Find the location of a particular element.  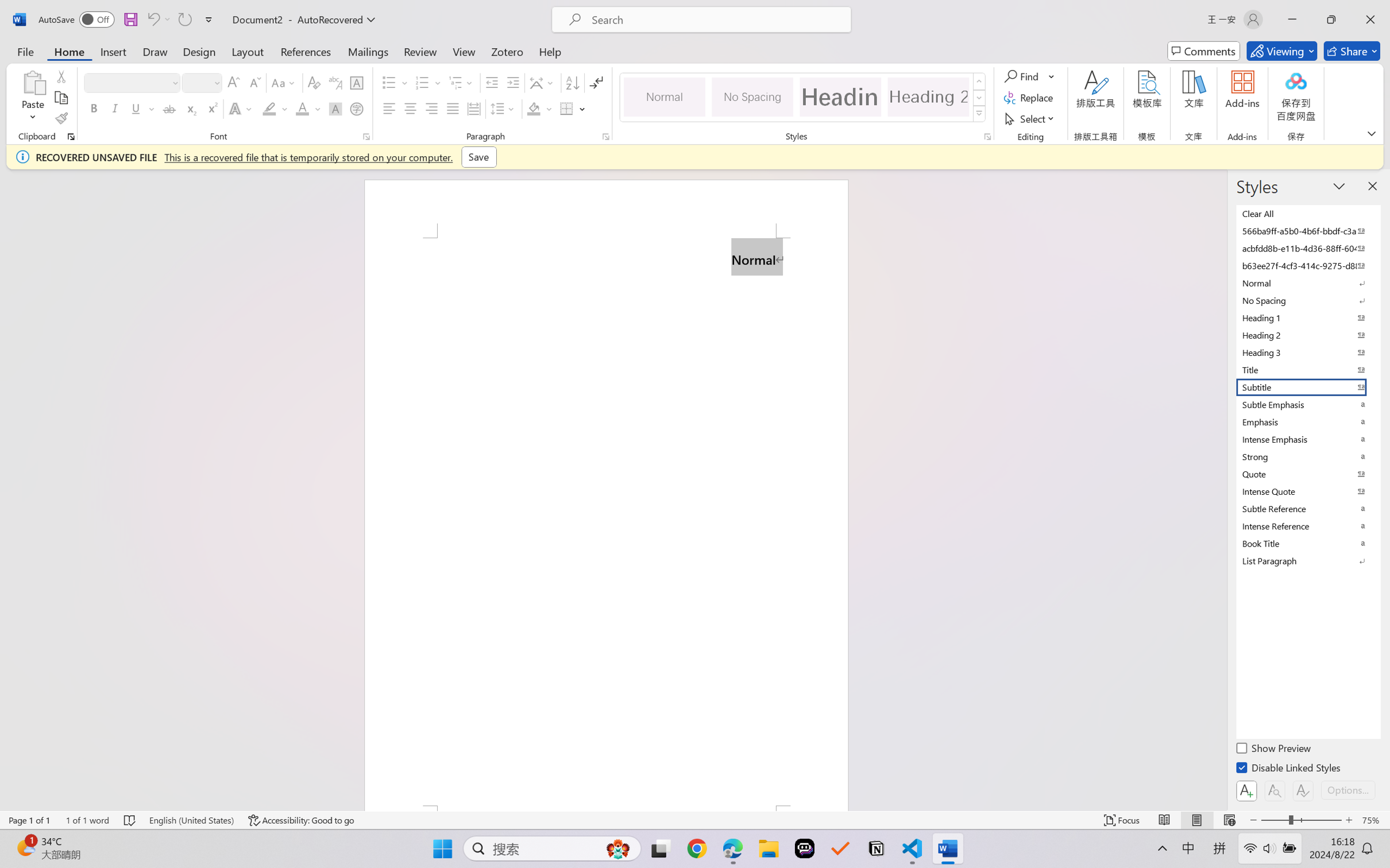

'Show Preview' is located at coordinates (1274, 749).